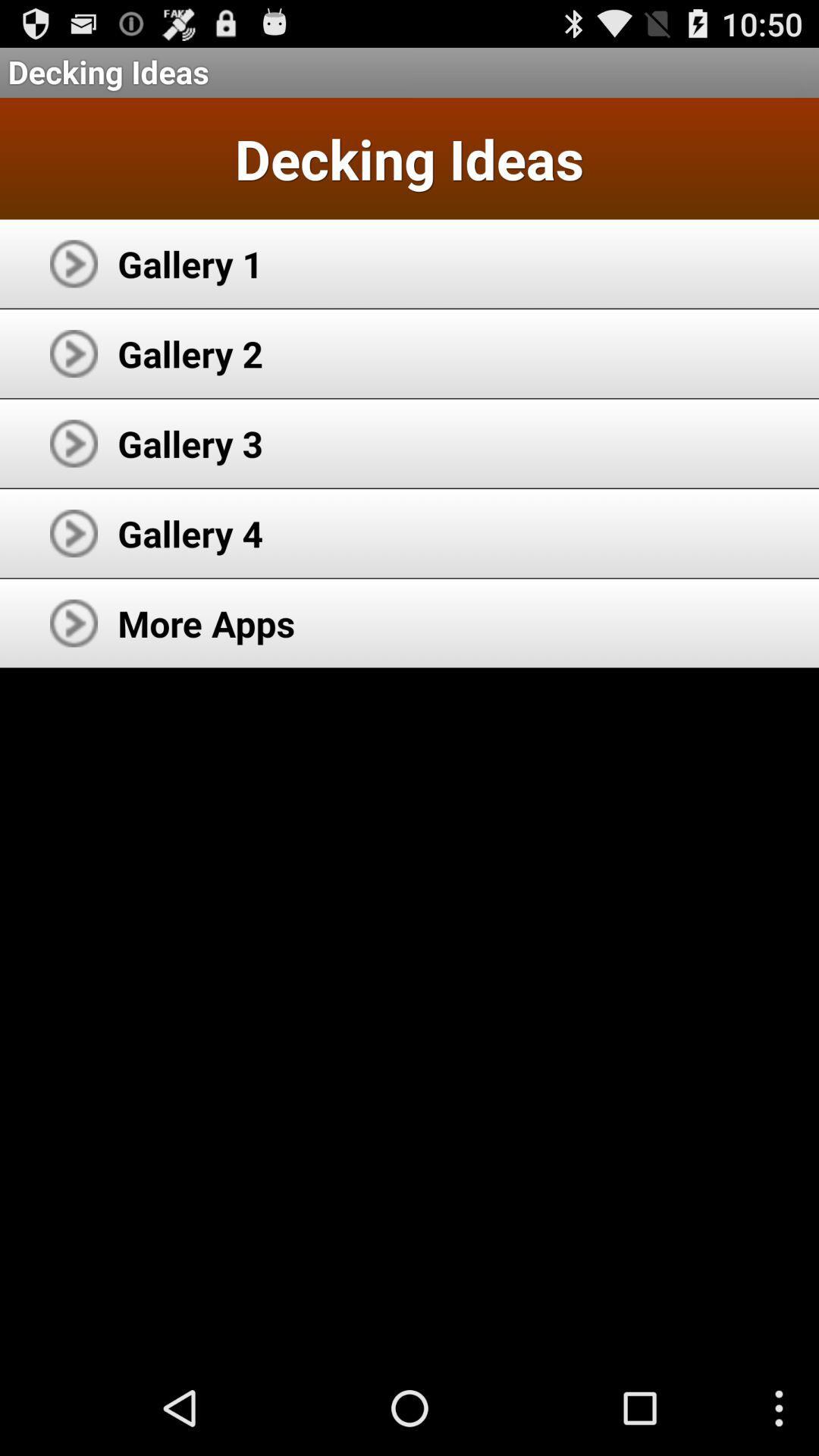 The image size is (819, 1456). I want to click on item below the gallery 1 icon, so click(190, 353).